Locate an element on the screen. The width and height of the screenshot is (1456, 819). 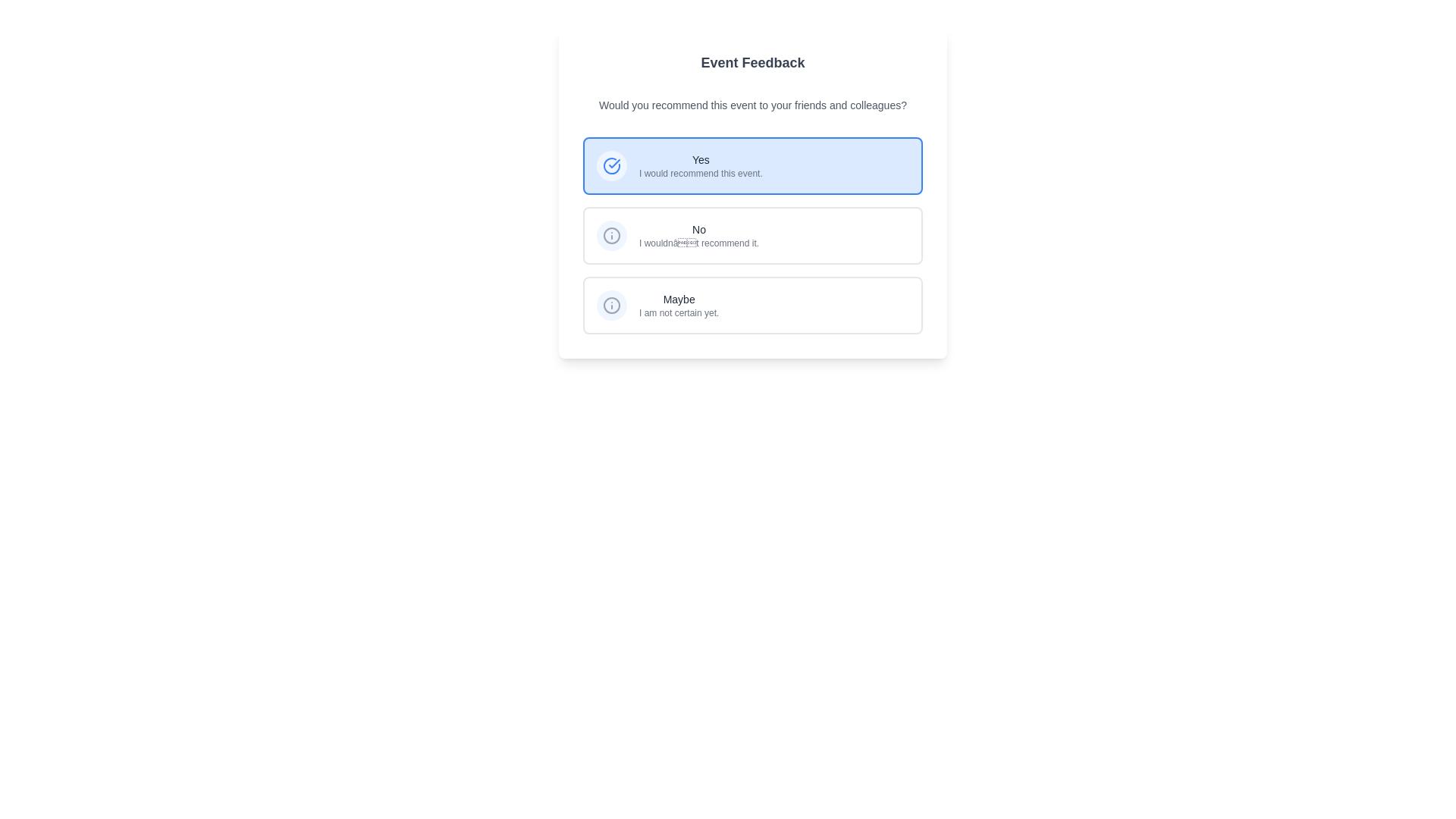
the 'No' option icon in the feedback form, which is part of the second option in a three-option list regarding event recommendations is located at coordinates (611, 236).